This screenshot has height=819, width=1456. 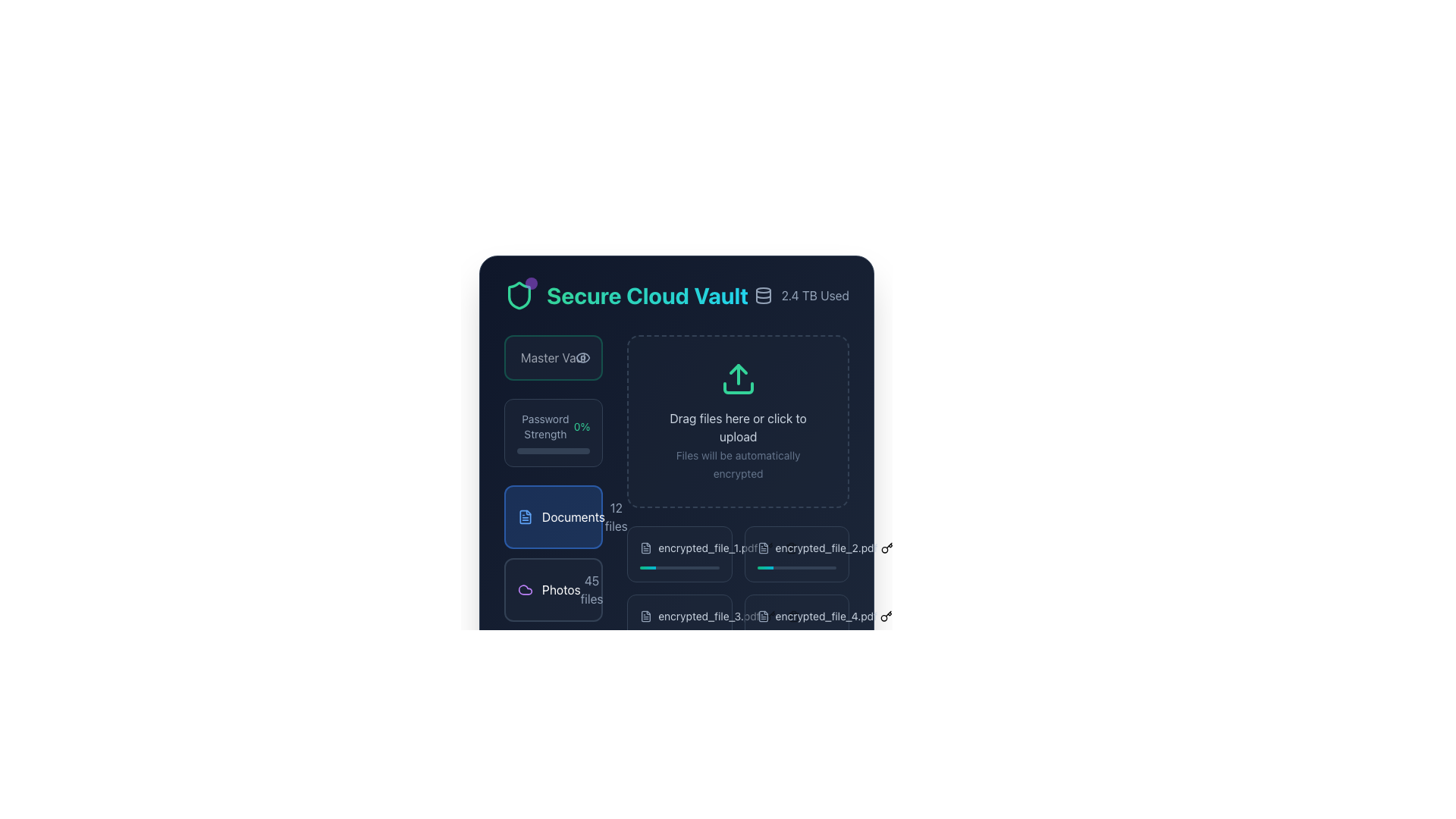 I want to click on the text label displaying the file name 'encrypted_file_2.pdf', which is located to the right of the file icon in the Documents section, so click(x=826, y=548).